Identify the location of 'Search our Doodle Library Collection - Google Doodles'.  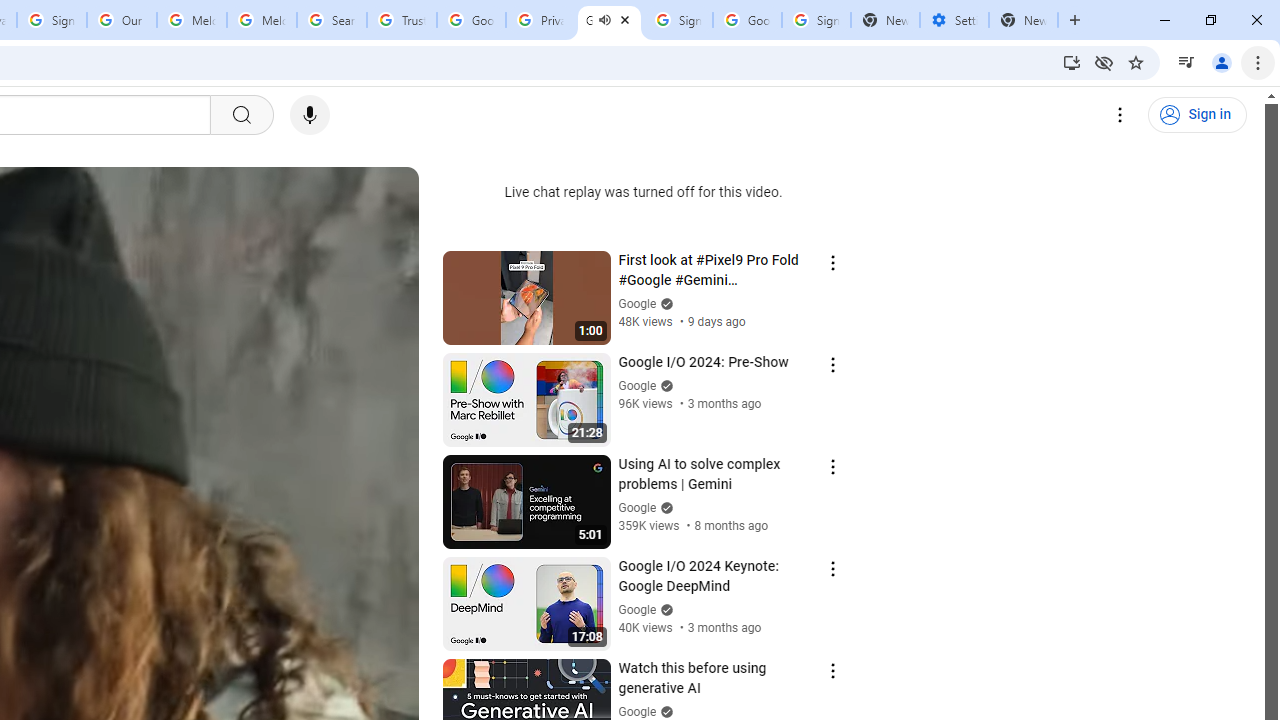
(332, 20).